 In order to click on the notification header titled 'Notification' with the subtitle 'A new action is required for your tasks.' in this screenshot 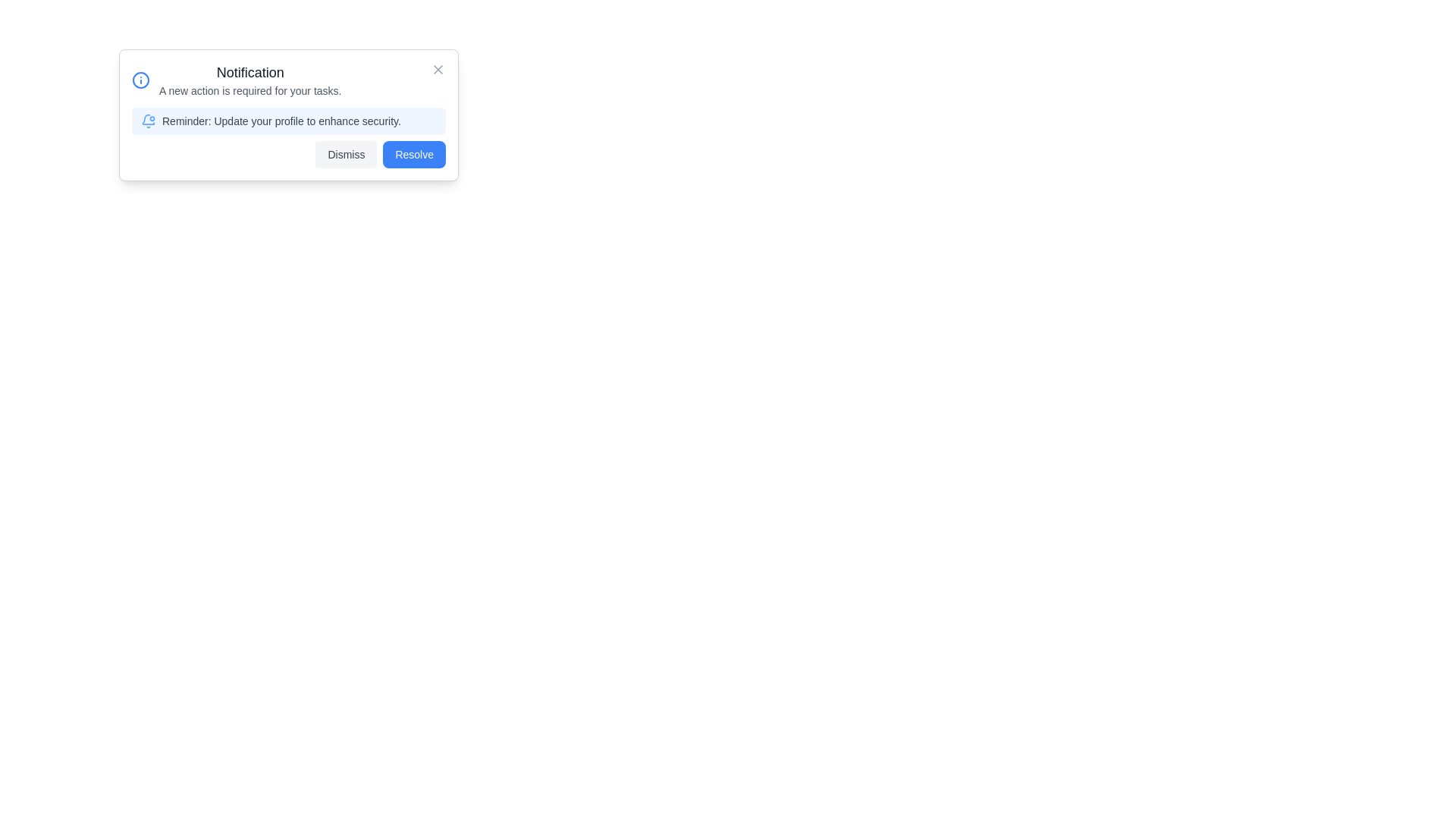, I will do `click(250, 80)`.